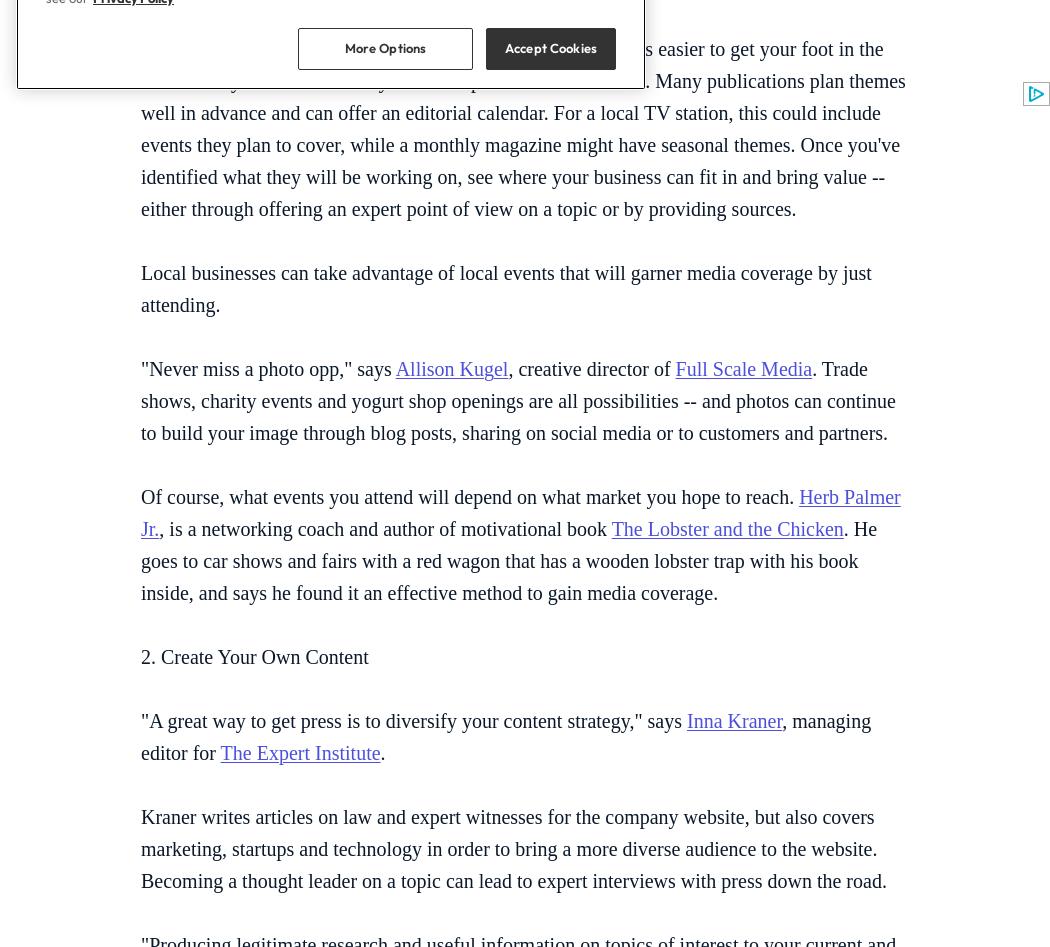 The image size is (1050, 947). Describe the element at coordinates (733, 719) in the screenshot. I see `'Inna Kraner'` at that location.